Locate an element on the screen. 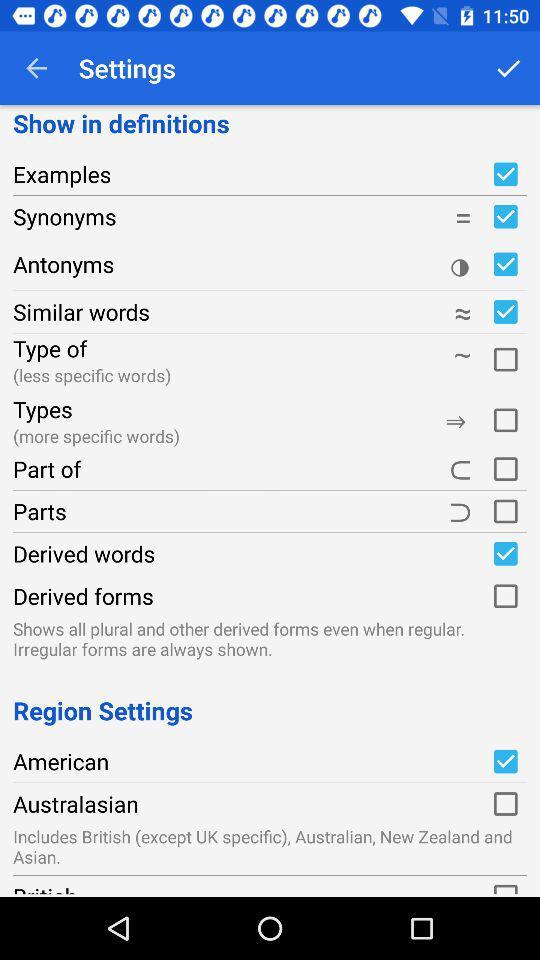 The width and height of the screenshot is (540, 960). switch specific word types is located at coordinates (504, 416).